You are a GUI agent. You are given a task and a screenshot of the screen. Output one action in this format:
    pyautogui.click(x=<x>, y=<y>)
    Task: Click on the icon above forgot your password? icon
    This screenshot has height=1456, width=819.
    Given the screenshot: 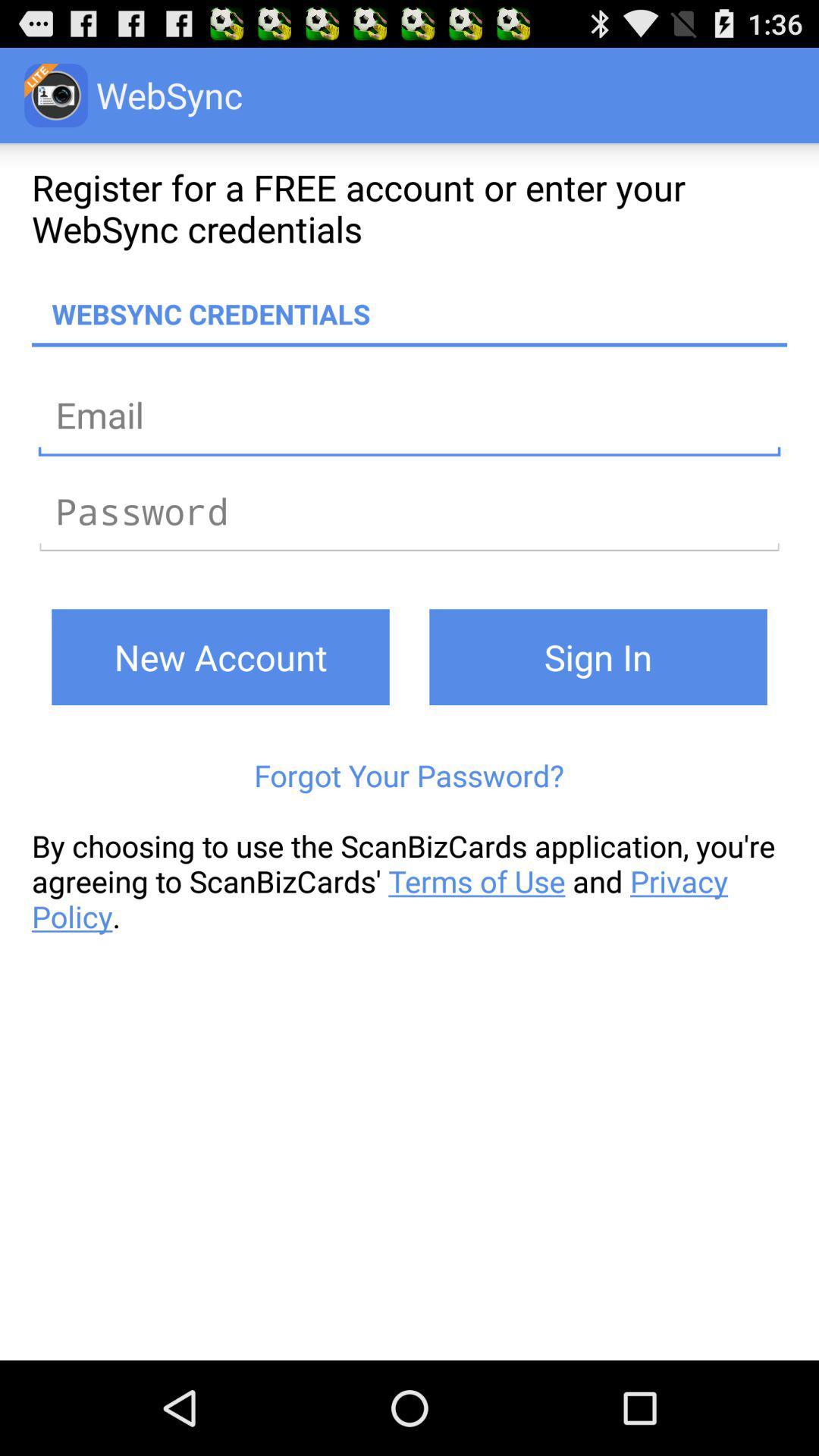 What is the action you would take?
    pyautogui.click(x=220, y=657)
    